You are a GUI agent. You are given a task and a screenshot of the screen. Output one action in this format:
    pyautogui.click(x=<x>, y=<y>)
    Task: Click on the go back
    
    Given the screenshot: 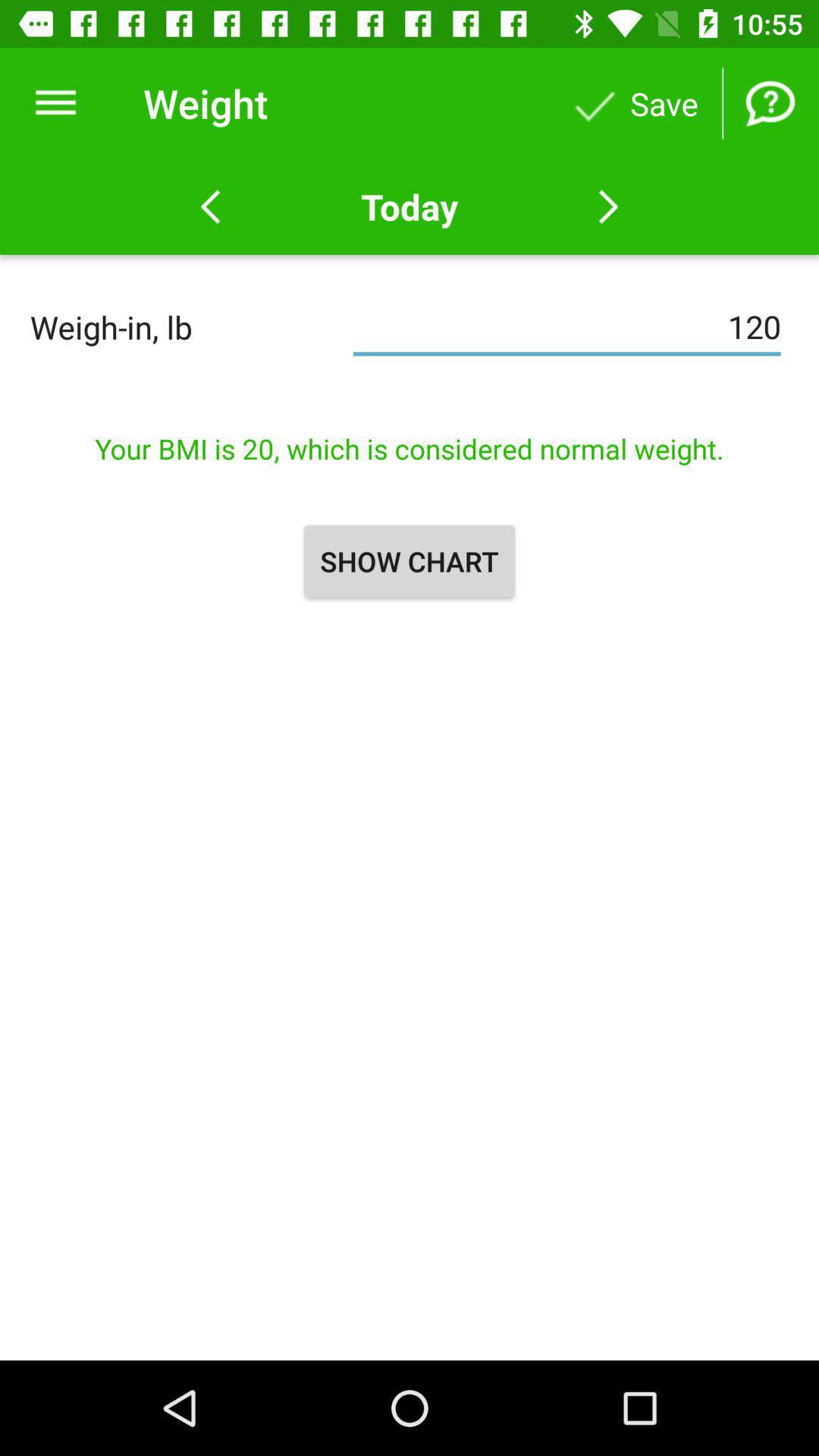 What is the action you would take?
    pyautogui.click(x=210, y=206)
    